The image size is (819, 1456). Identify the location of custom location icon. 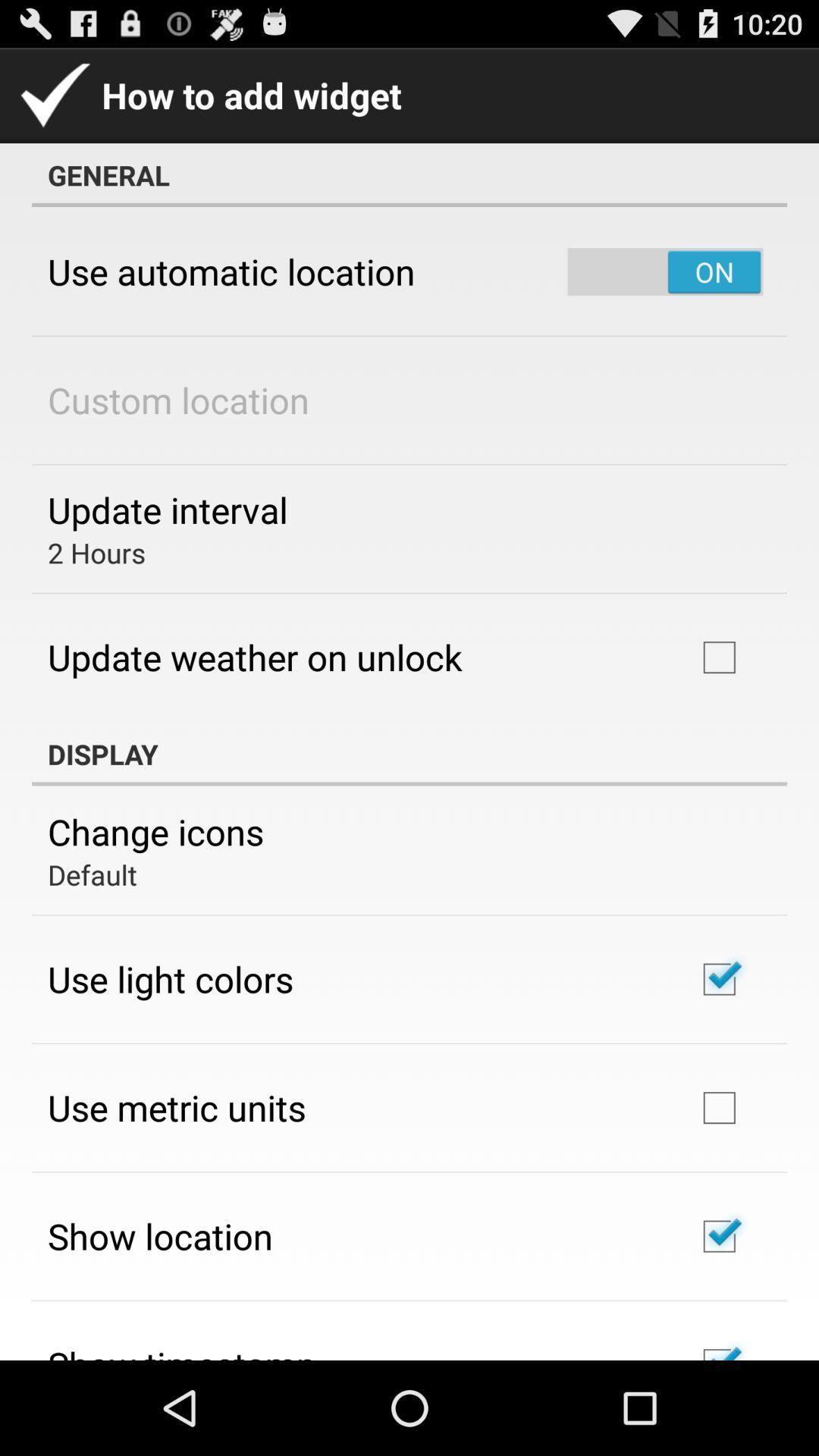
(177, 400).